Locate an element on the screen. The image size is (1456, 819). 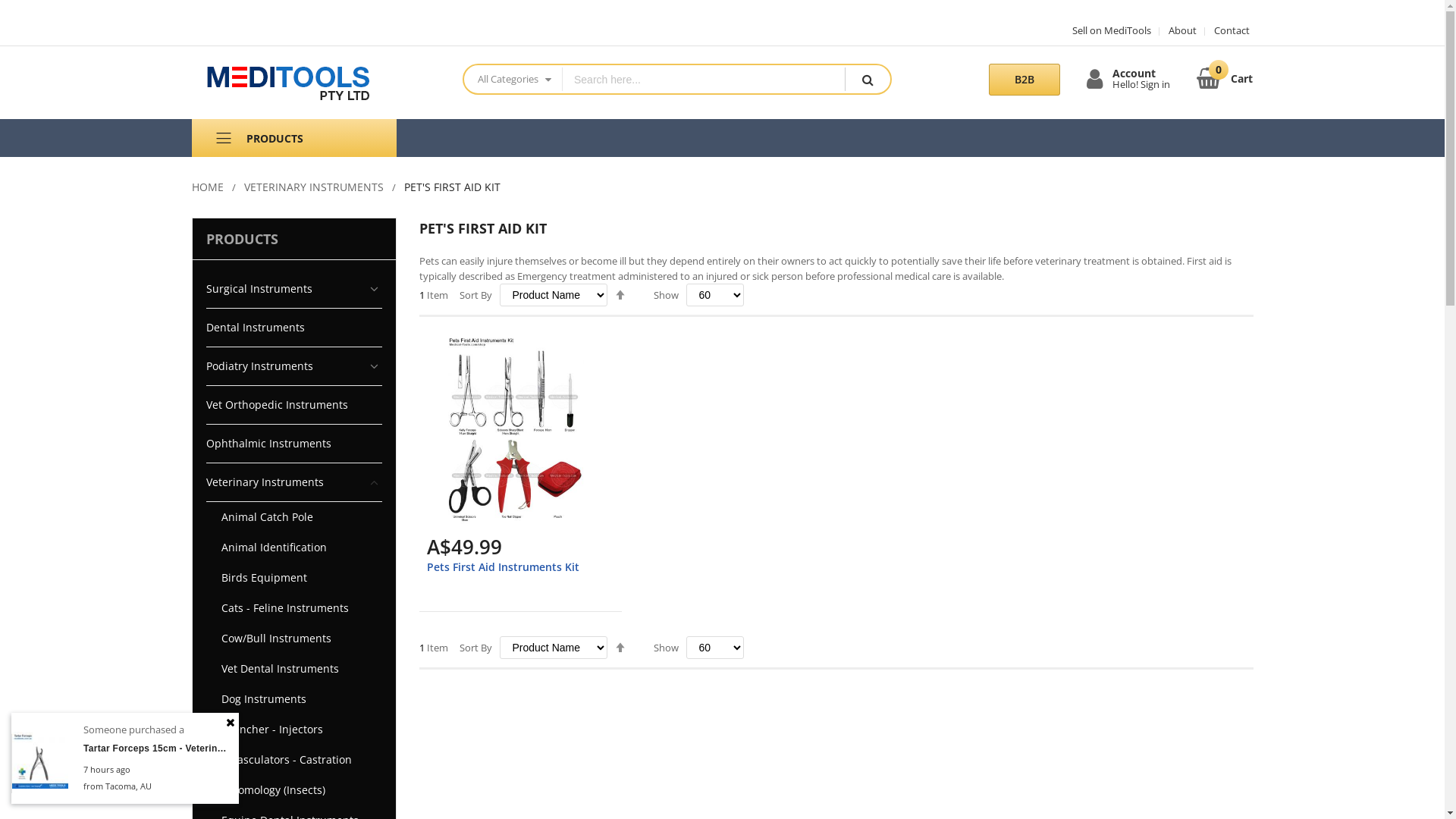
'Entomology (Insects)' is located at coordinates (206, 789).